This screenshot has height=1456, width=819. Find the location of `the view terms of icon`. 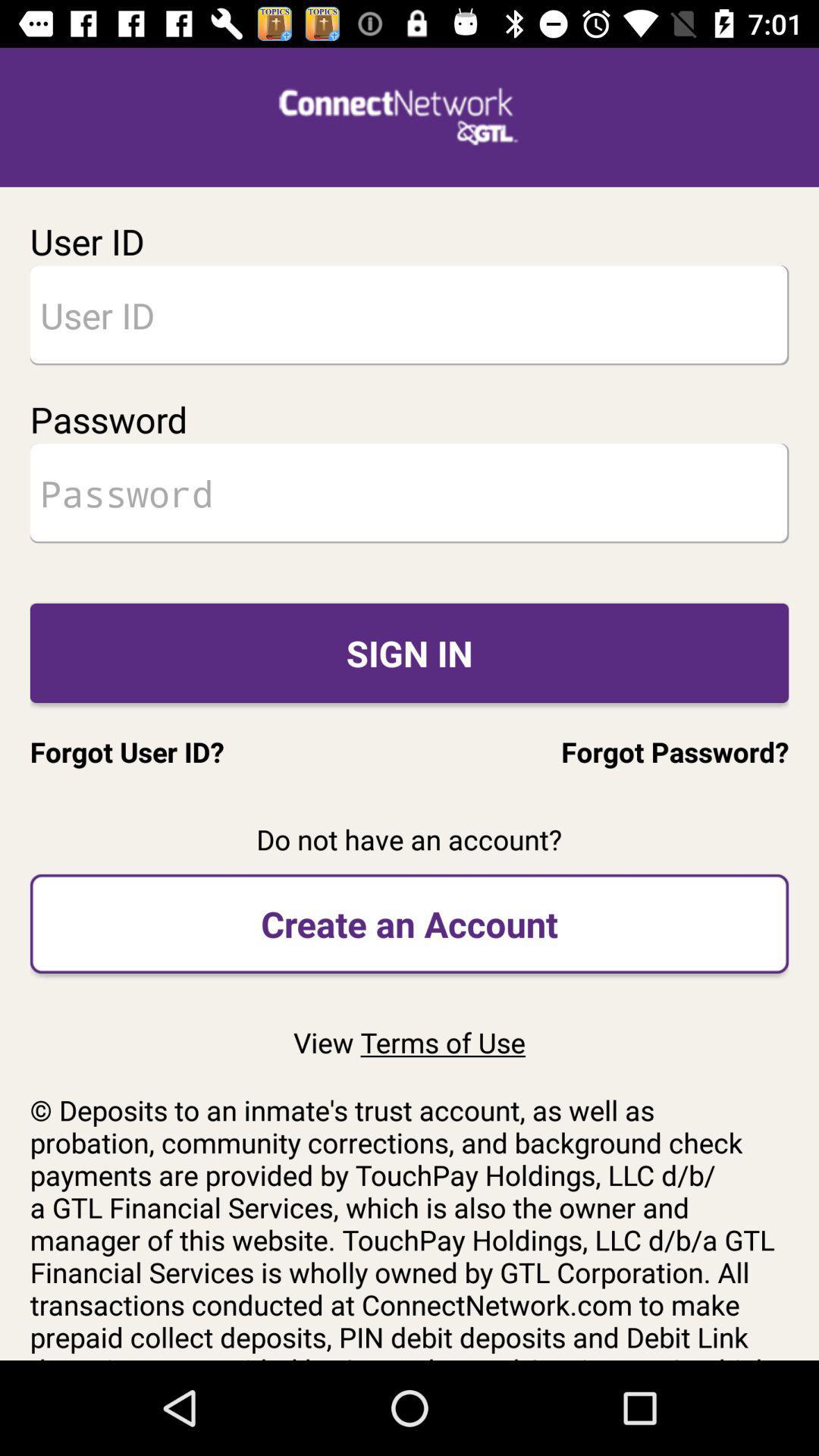

the view terms of icon is located at coordinates (409, 1041).